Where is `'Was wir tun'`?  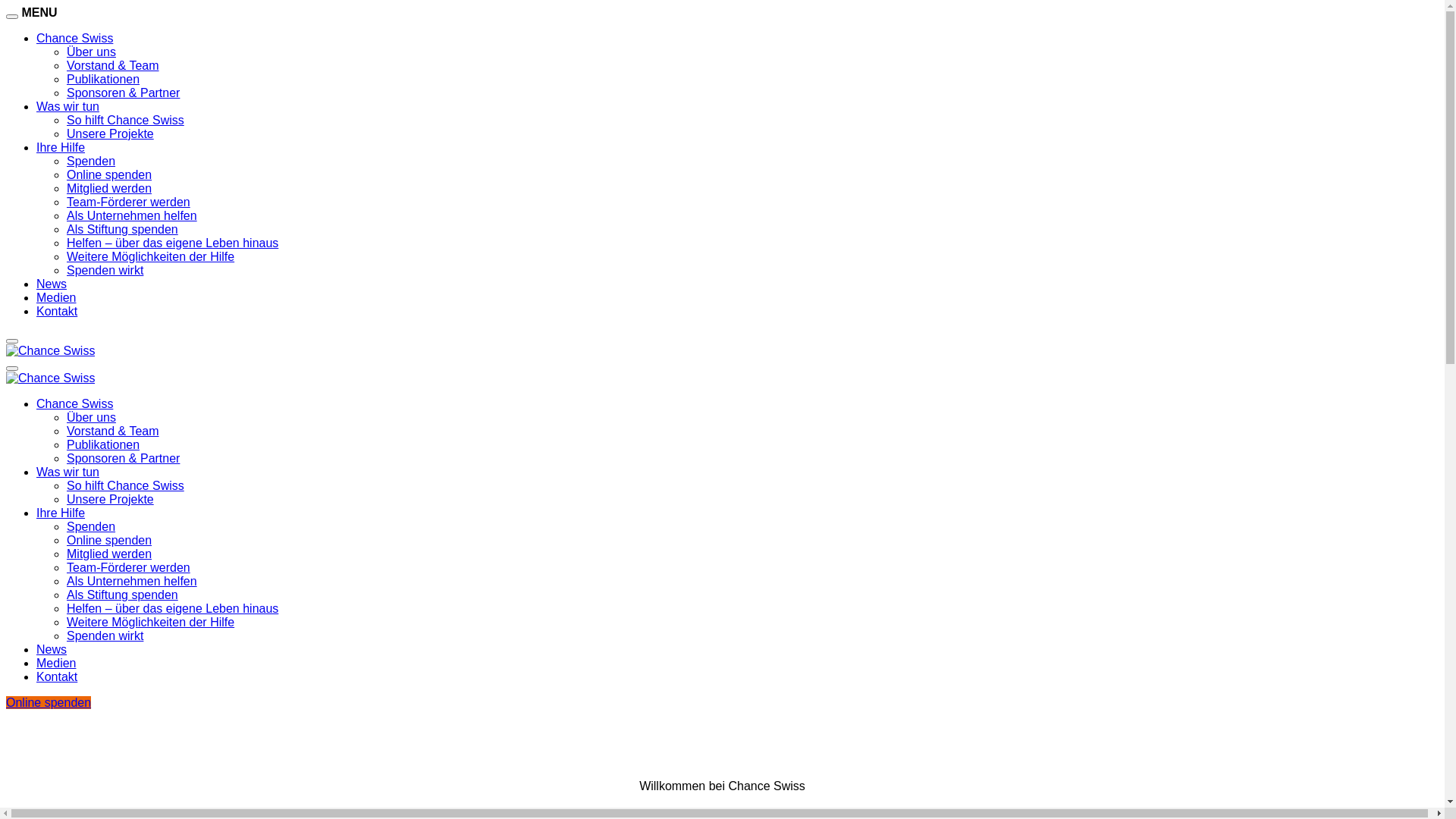 'Was wir tun' is located at coordinates (67, 471).